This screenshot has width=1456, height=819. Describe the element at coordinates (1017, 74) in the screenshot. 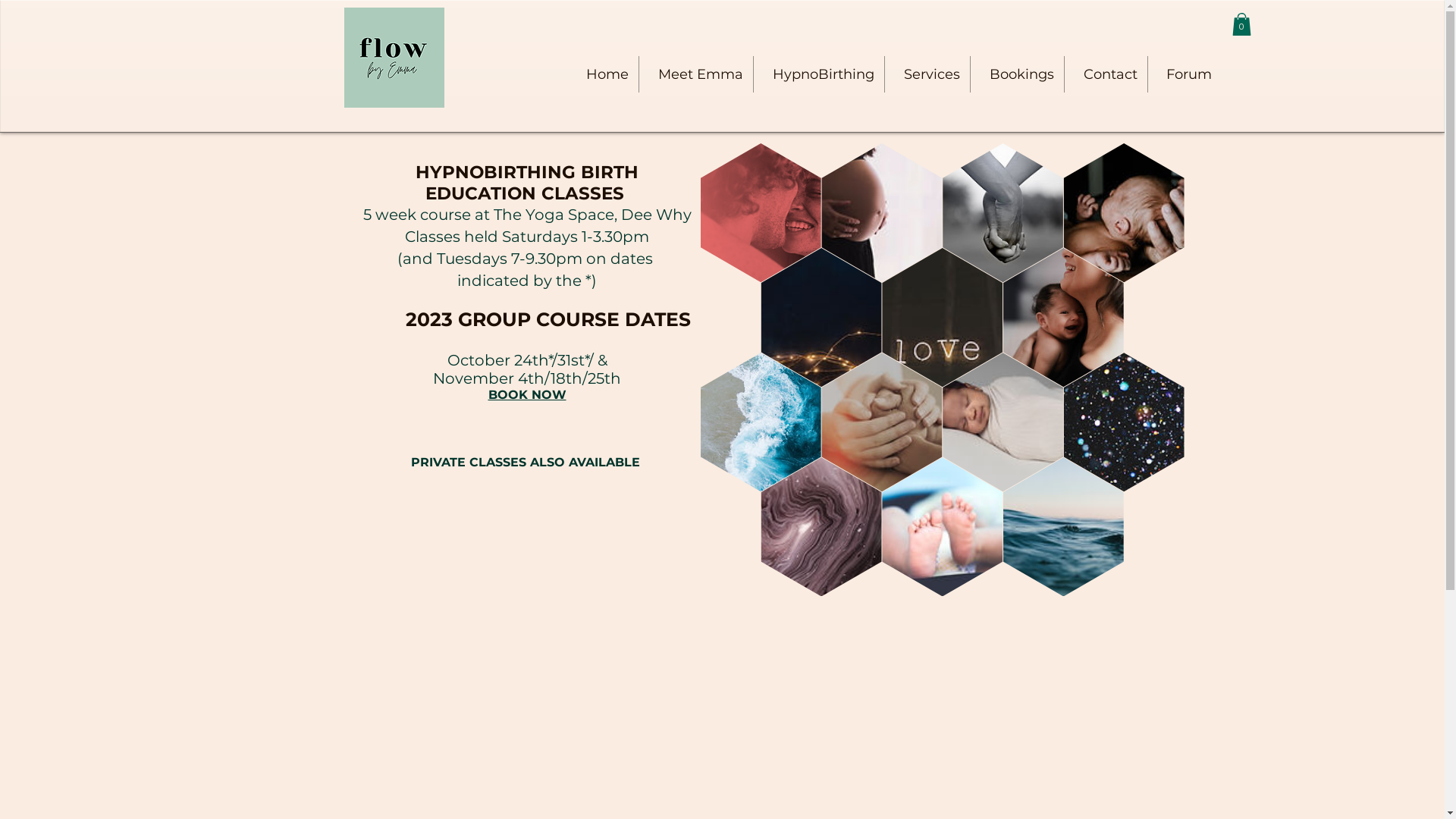

I see `'Bookings'` at that location.